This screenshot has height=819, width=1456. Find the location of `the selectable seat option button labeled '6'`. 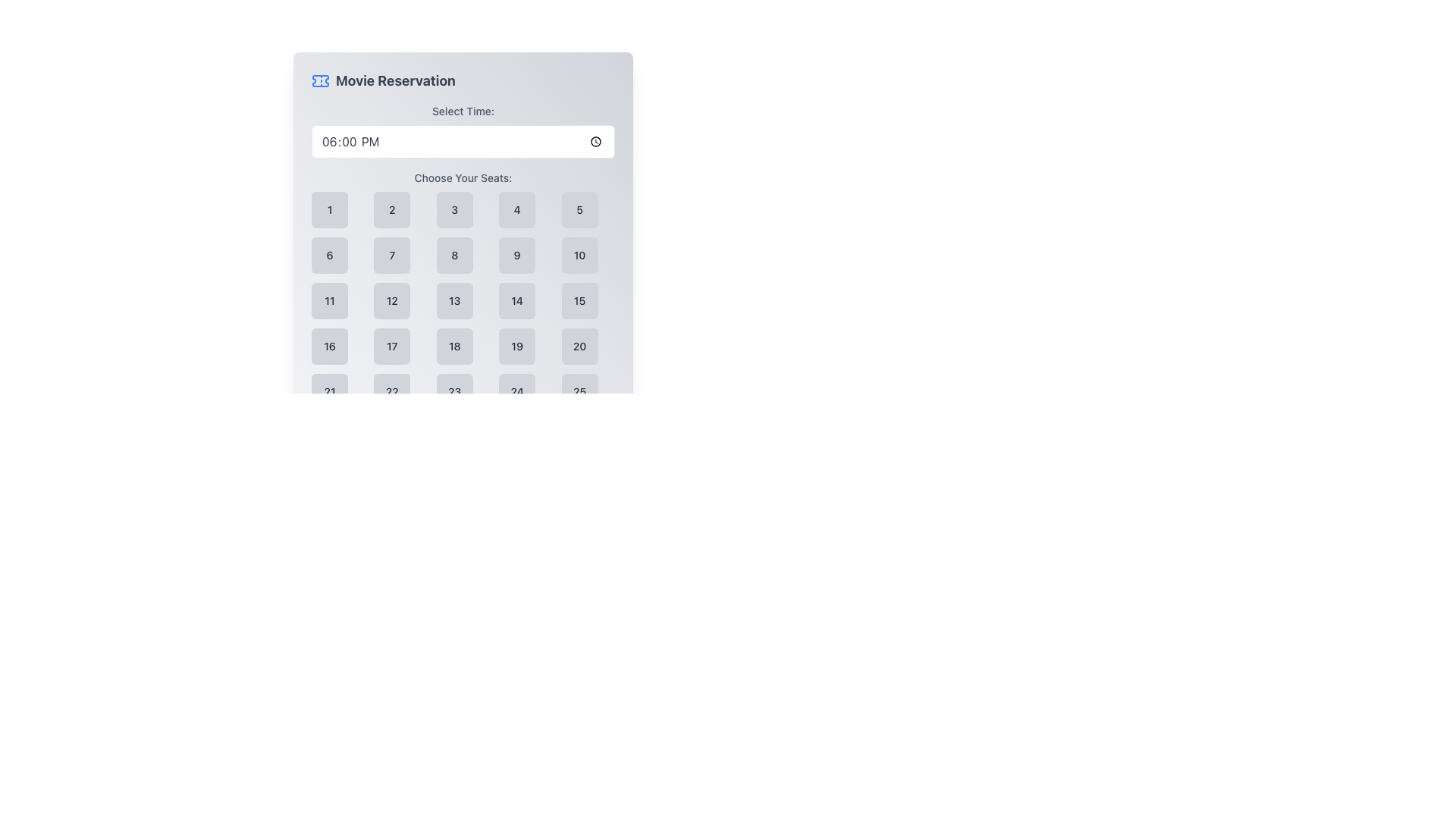

the selectable seat option button labeled '6' is located at coordinates (329, 254).